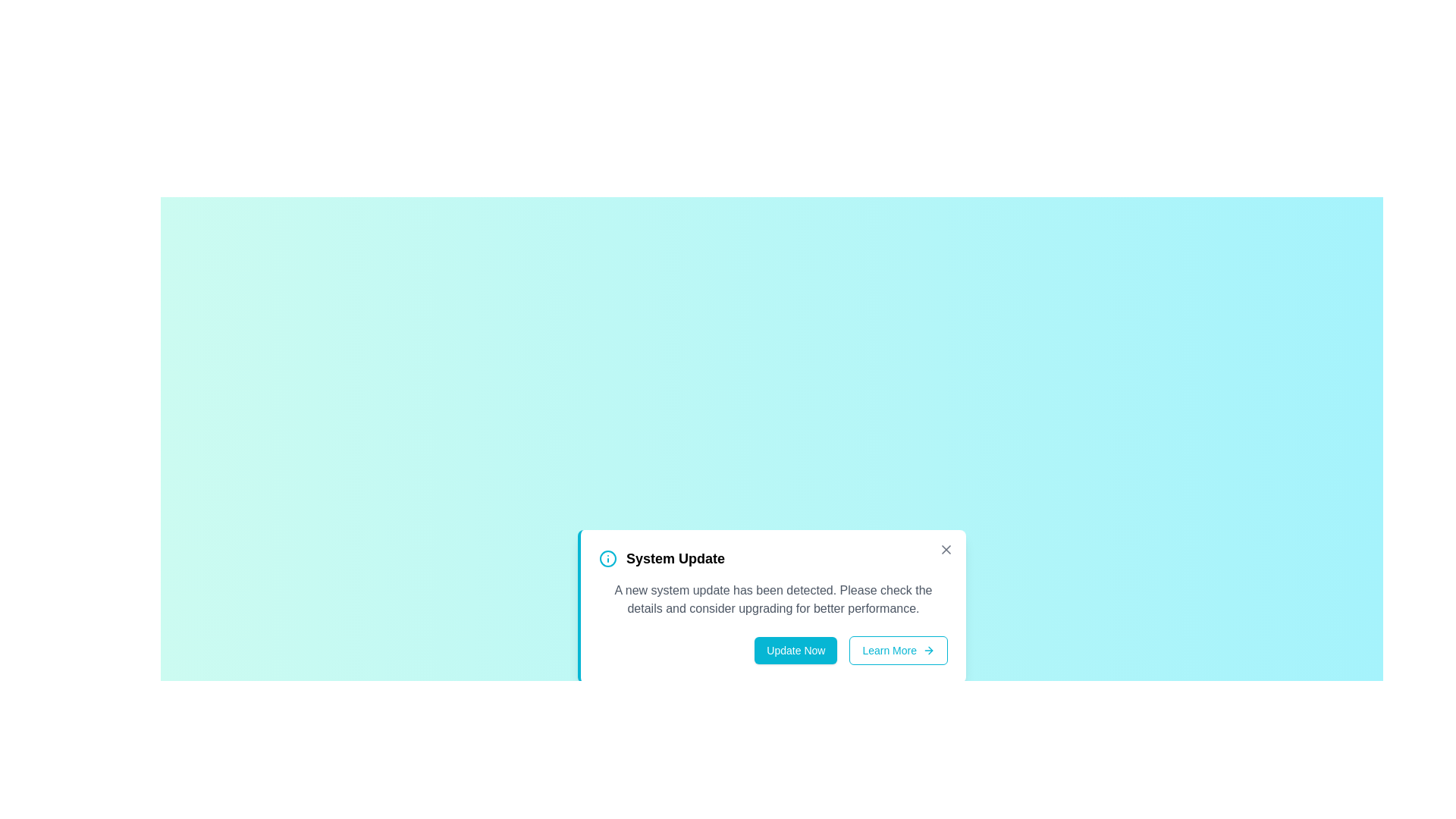  I want to click on the information icon to view its details, so click(607, 558).